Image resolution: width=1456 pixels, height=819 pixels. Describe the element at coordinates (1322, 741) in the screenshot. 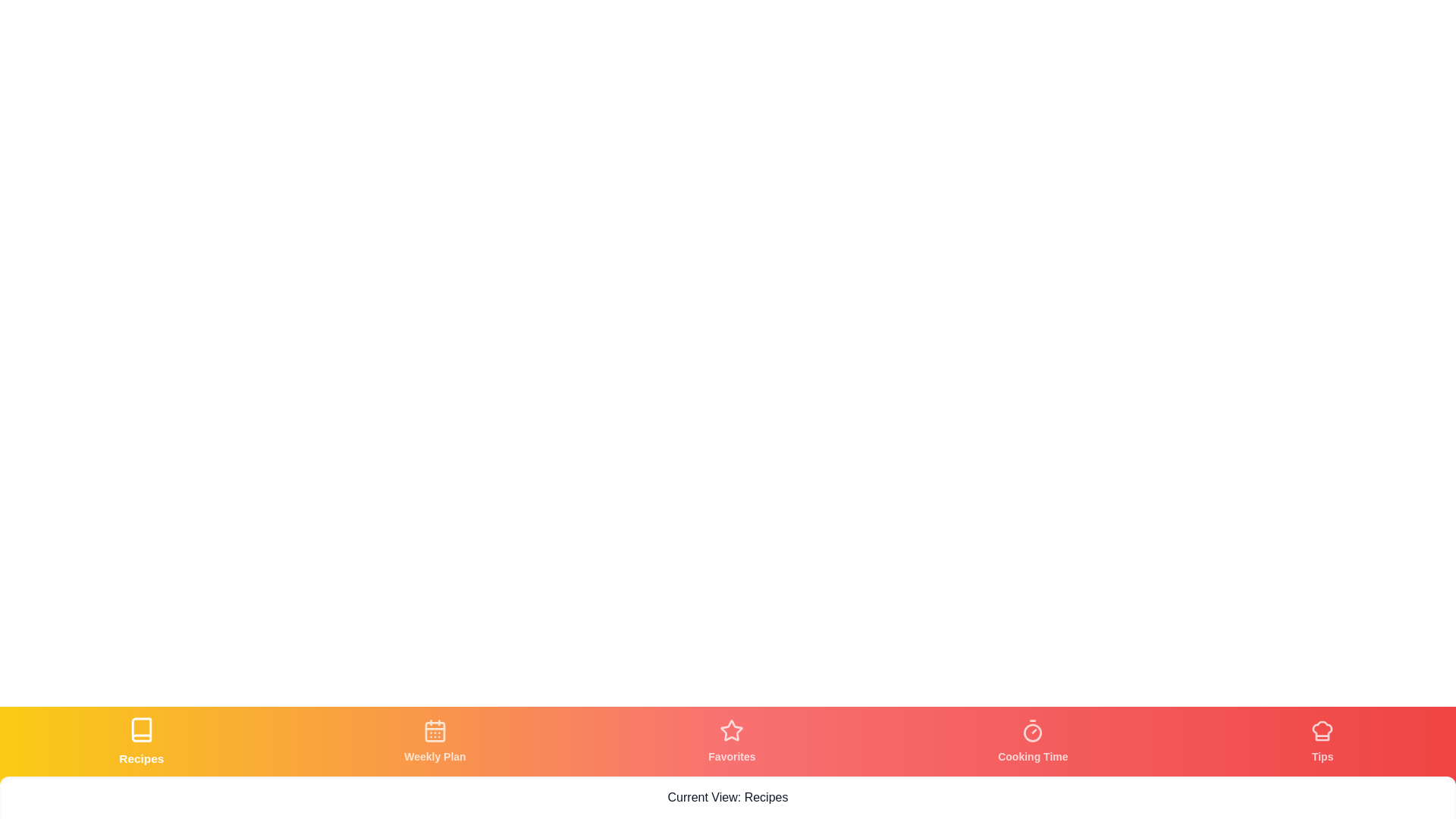

I see `the tab corresponding to Tips by clicking its icon or label` at that location.